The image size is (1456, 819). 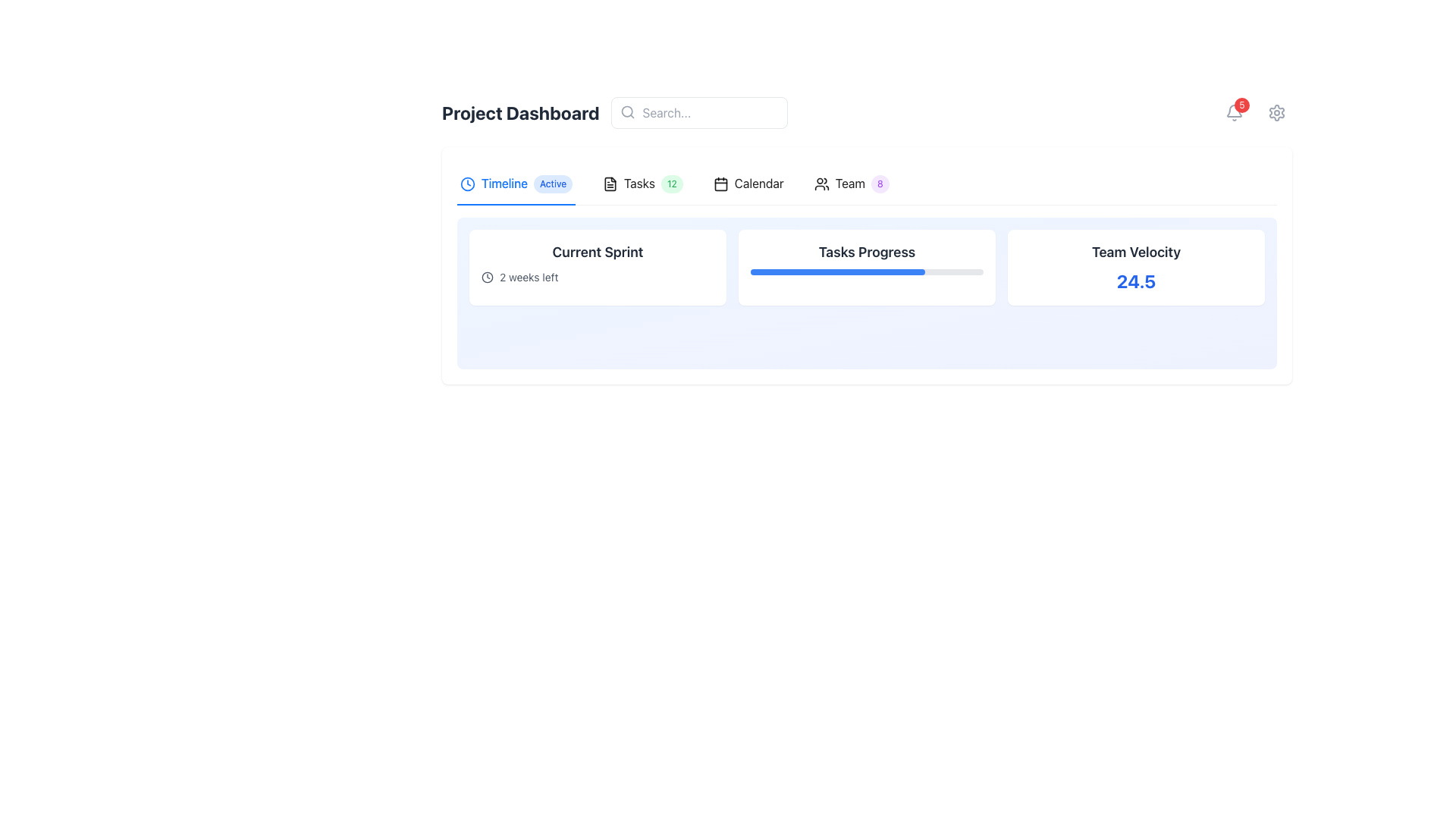 I want to click on the circular graphical element within the SVG component, which is part of the navigation tab near the 'Timeline' tab, so click(x=488, y=278).